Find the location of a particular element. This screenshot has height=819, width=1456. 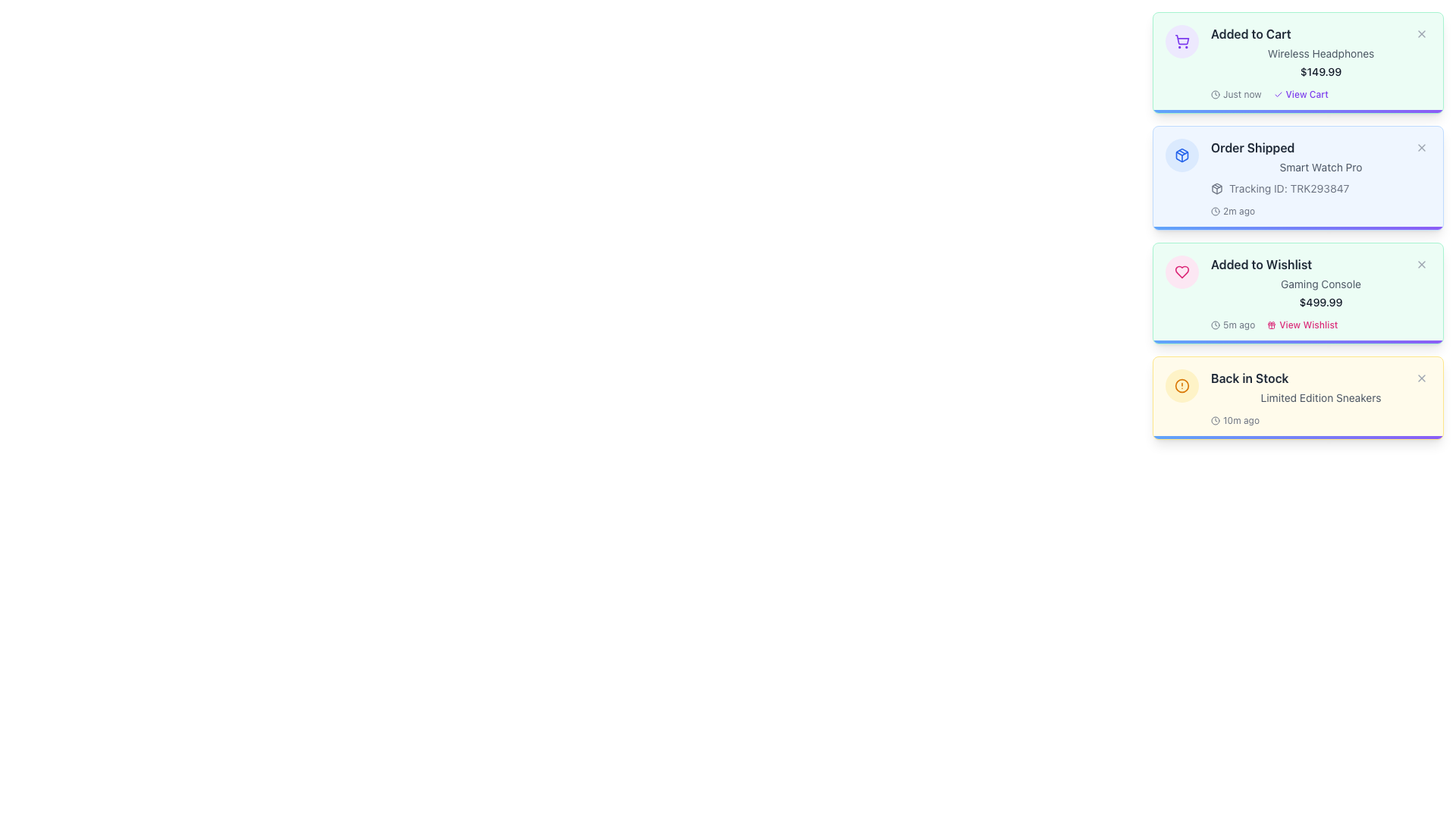

the circular icon indicating 'Back in Stock' notification for options is located at coordinates (1181, 384).